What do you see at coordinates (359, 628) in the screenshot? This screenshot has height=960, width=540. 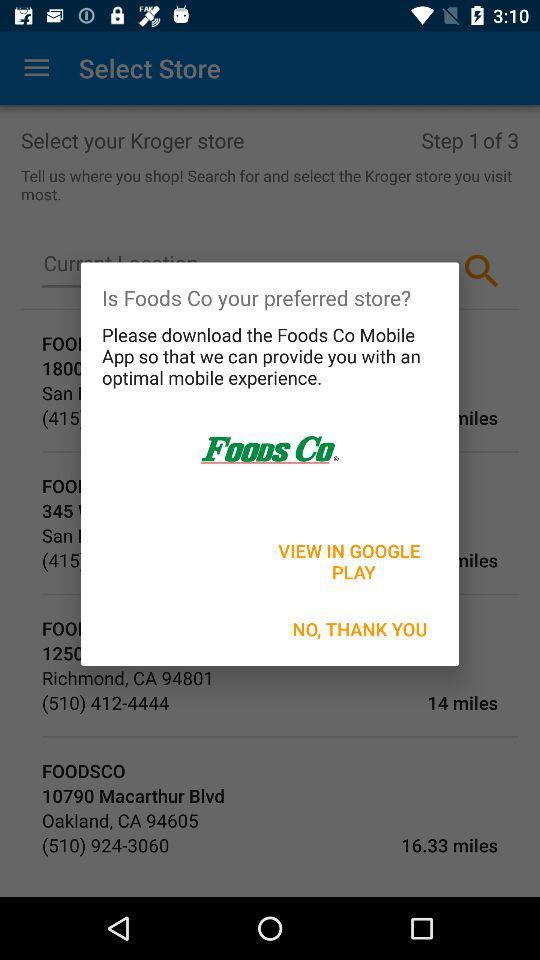 I see `item below view in google icon` at bounding box center [359, 628].